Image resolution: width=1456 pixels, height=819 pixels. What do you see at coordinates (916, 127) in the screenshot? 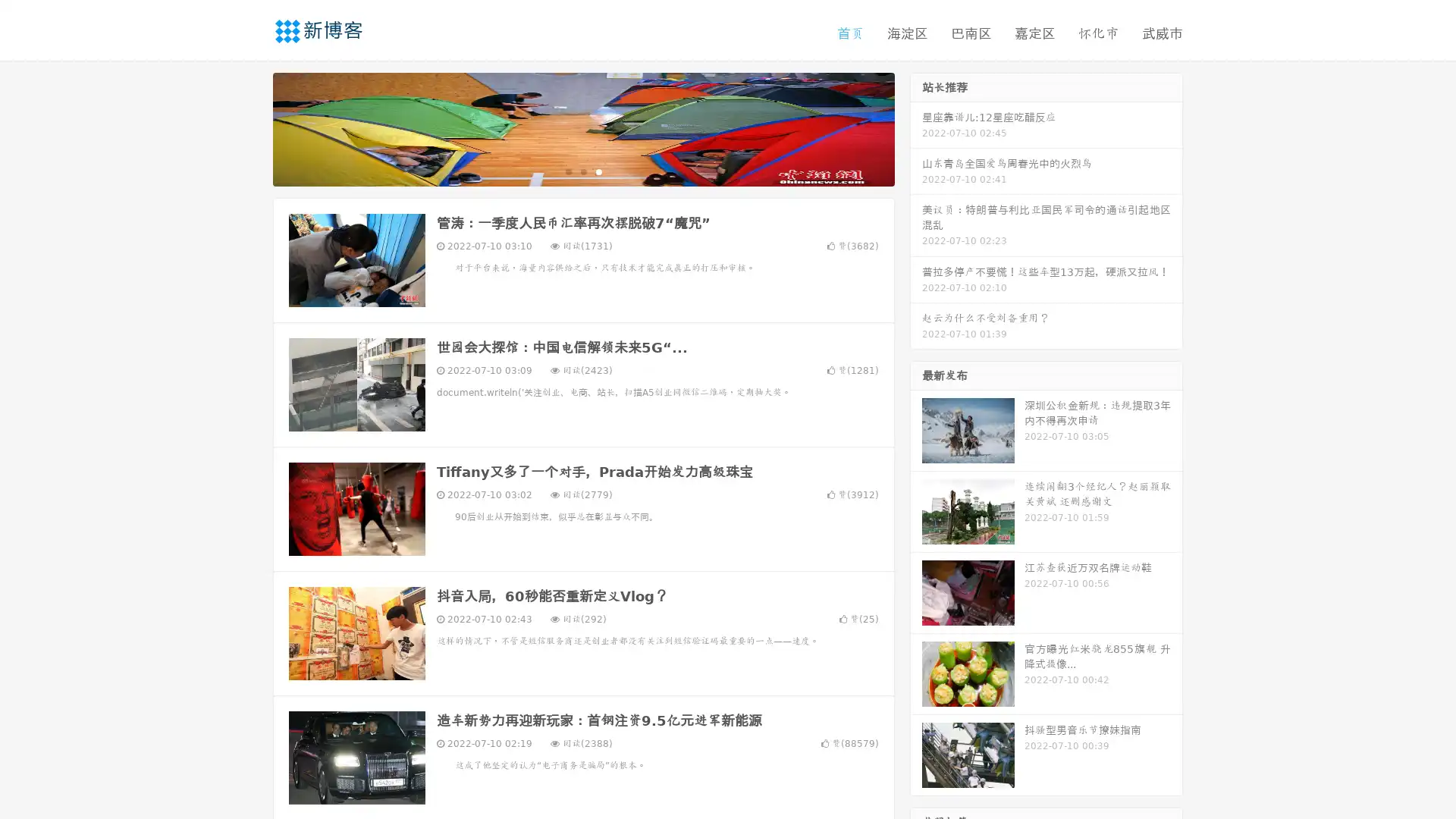
I see `Next slide` at bounding box center [916, 127].